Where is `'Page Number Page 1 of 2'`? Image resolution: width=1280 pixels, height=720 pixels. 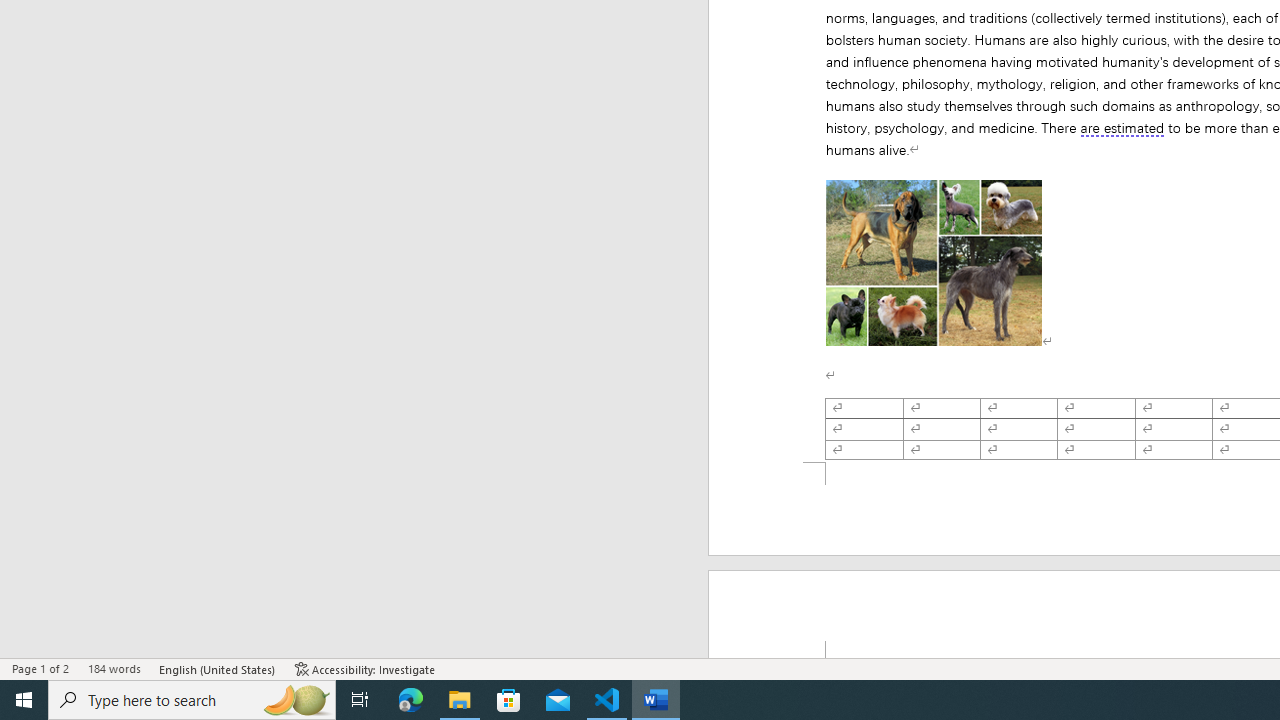 'Page Number Page 1 of 2' is located at coordinates (40, 669).